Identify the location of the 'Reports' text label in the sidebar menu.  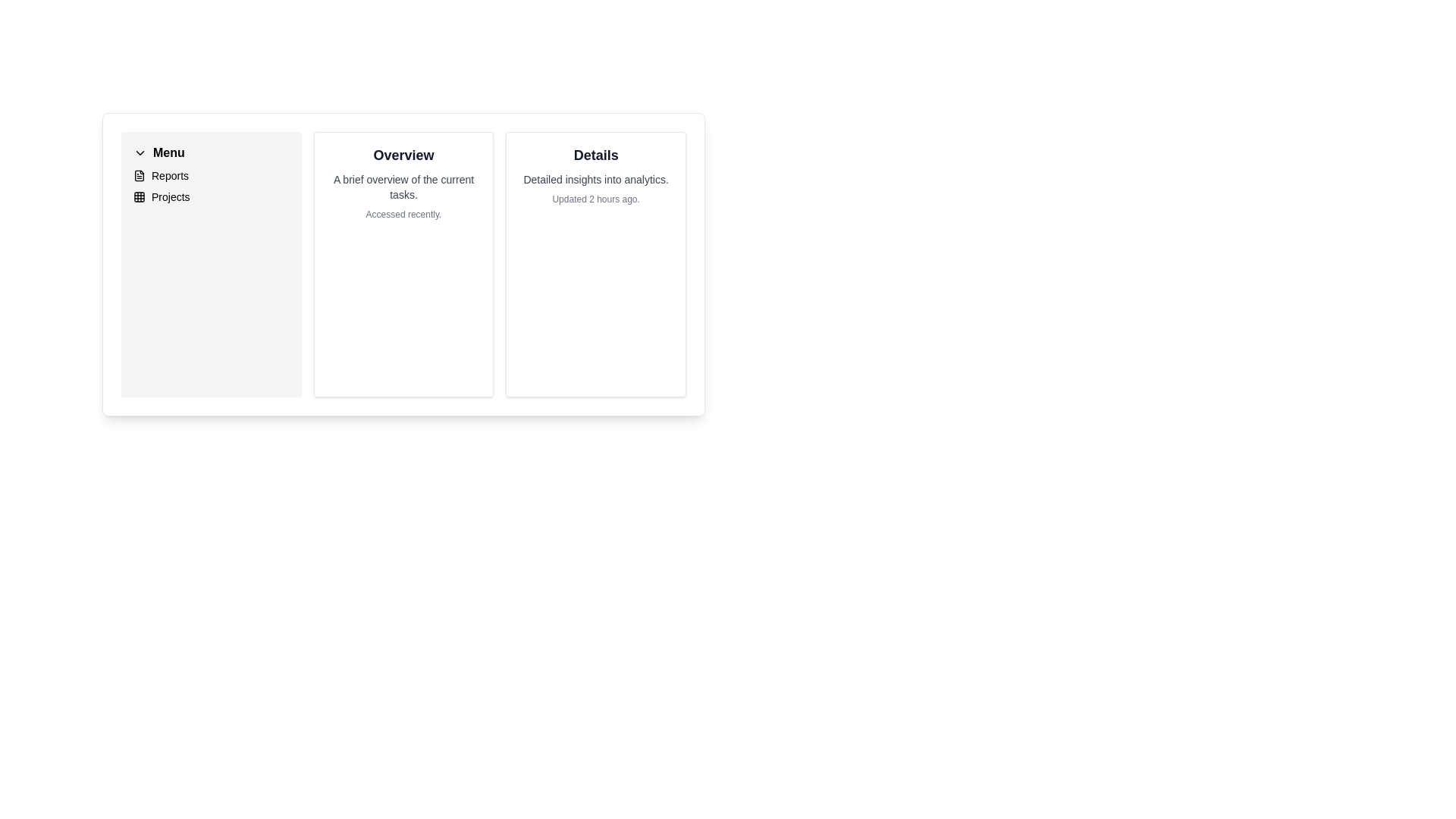
(170, 174).